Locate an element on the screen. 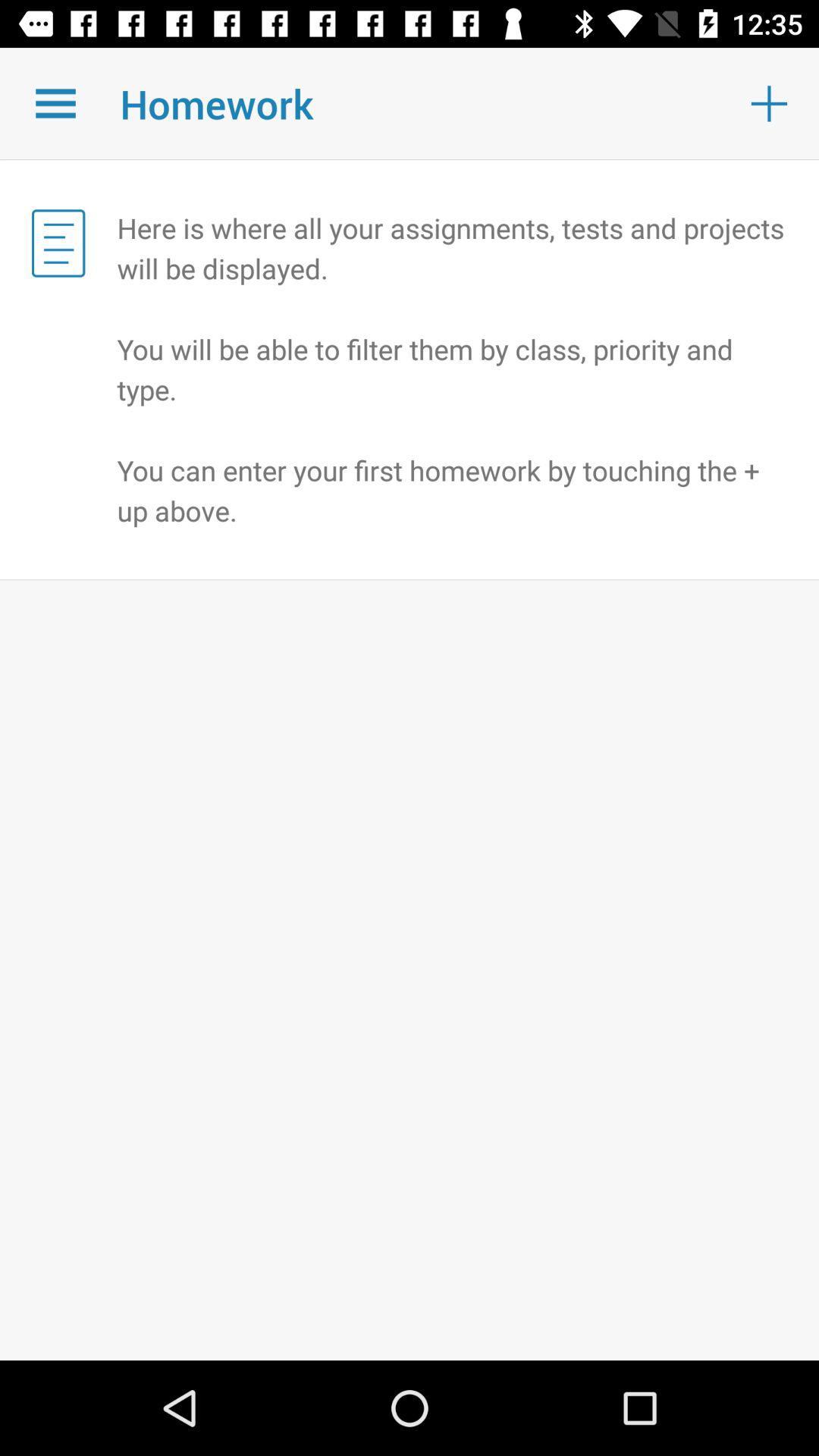 This screenshot has height=1456, width=819. open options menu is located at coordinates (55, 102).